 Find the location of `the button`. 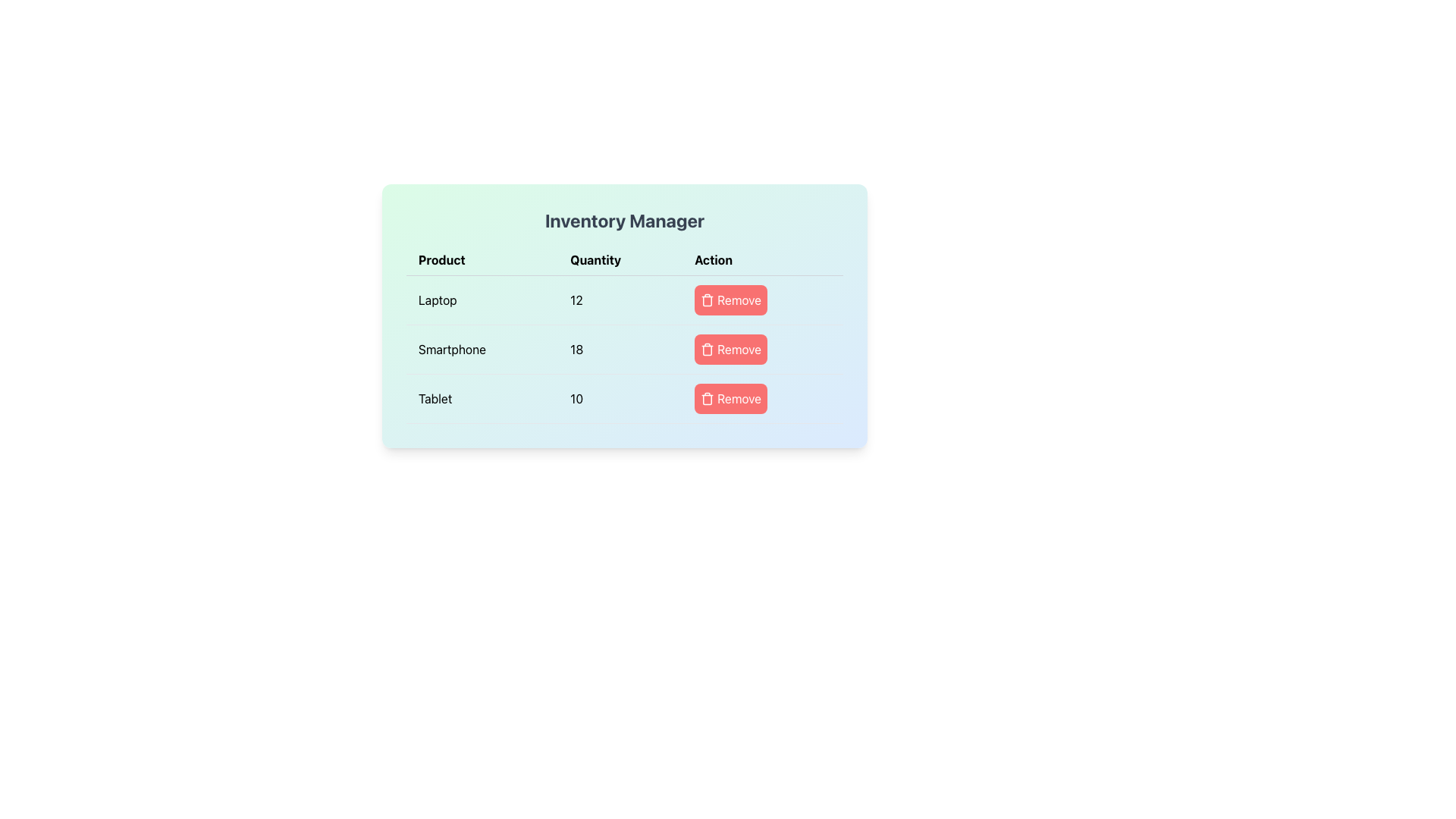

the button is located at coordinates (763, 350).